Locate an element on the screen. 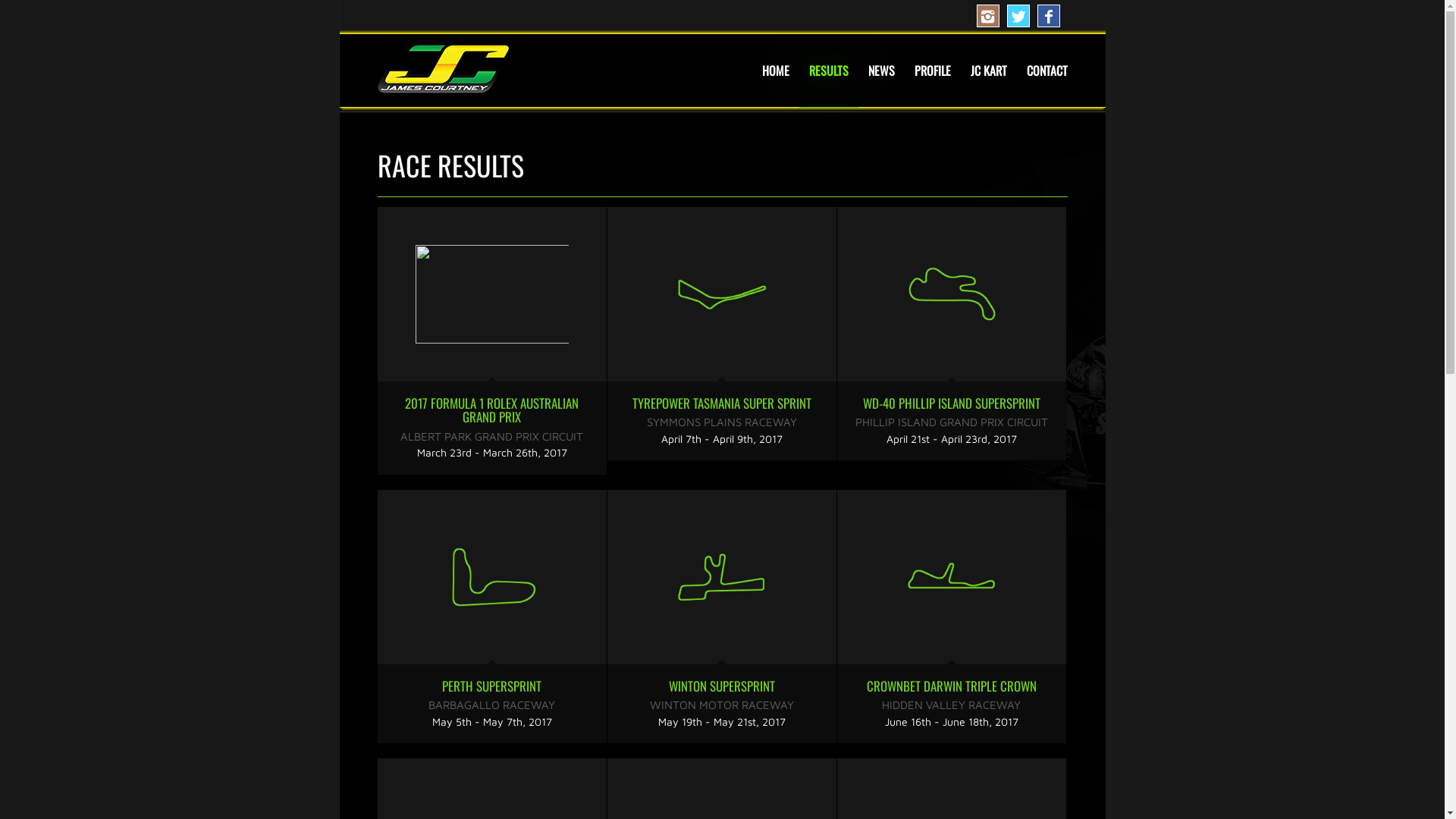  'Facebook' is located at coordinates (1047, 15).